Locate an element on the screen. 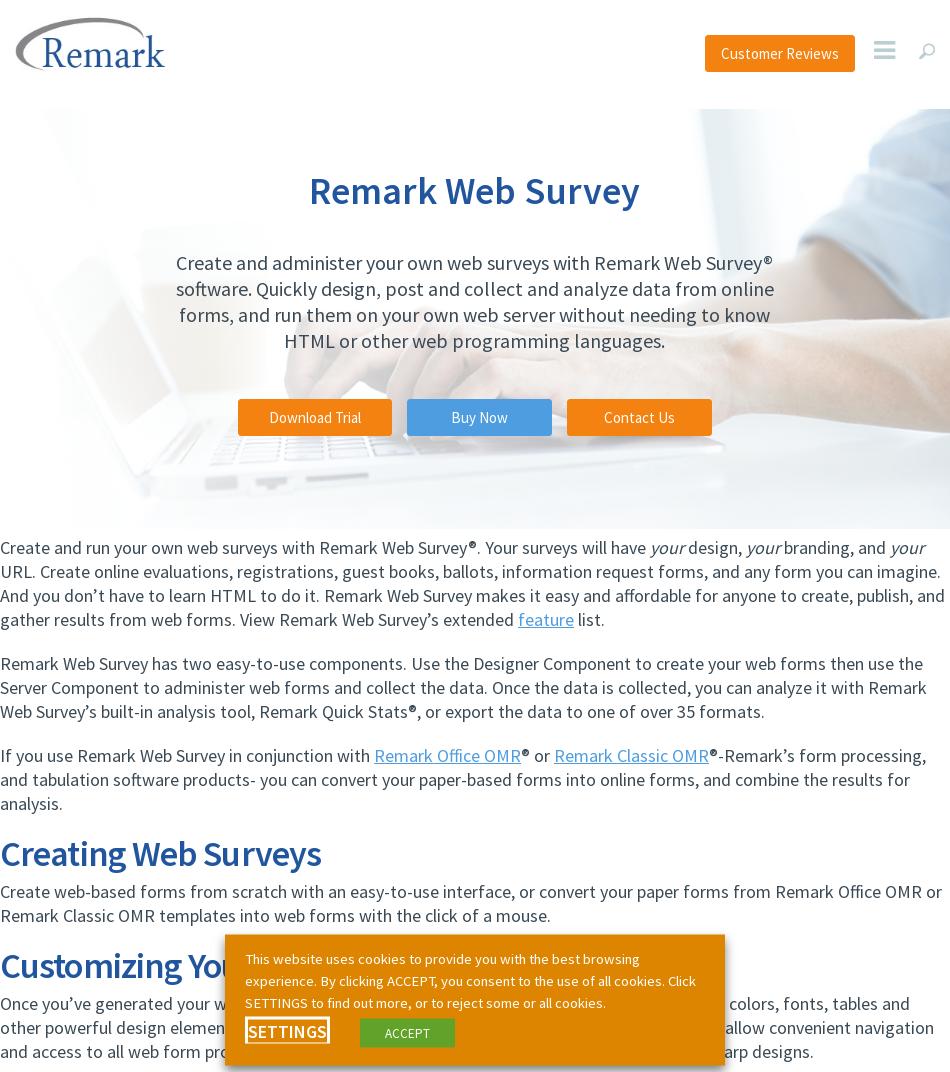  'Create and run your own web surveys with Remark Web Survey®. Your surveys will have' is located at coordinates (323, 546).